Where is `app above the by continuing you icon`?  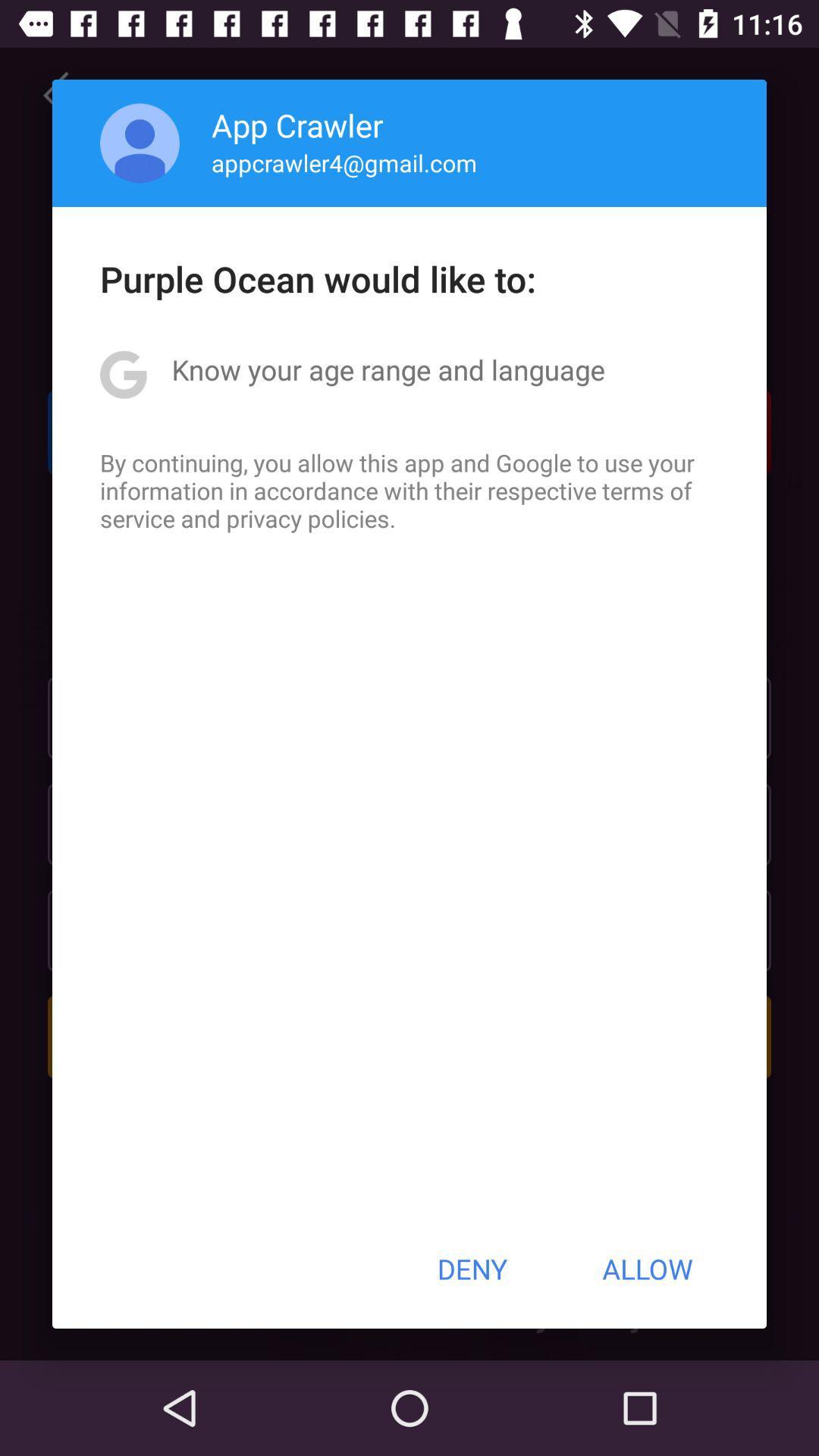 app above the by continuing you icon is located at coordinates (388, 369).